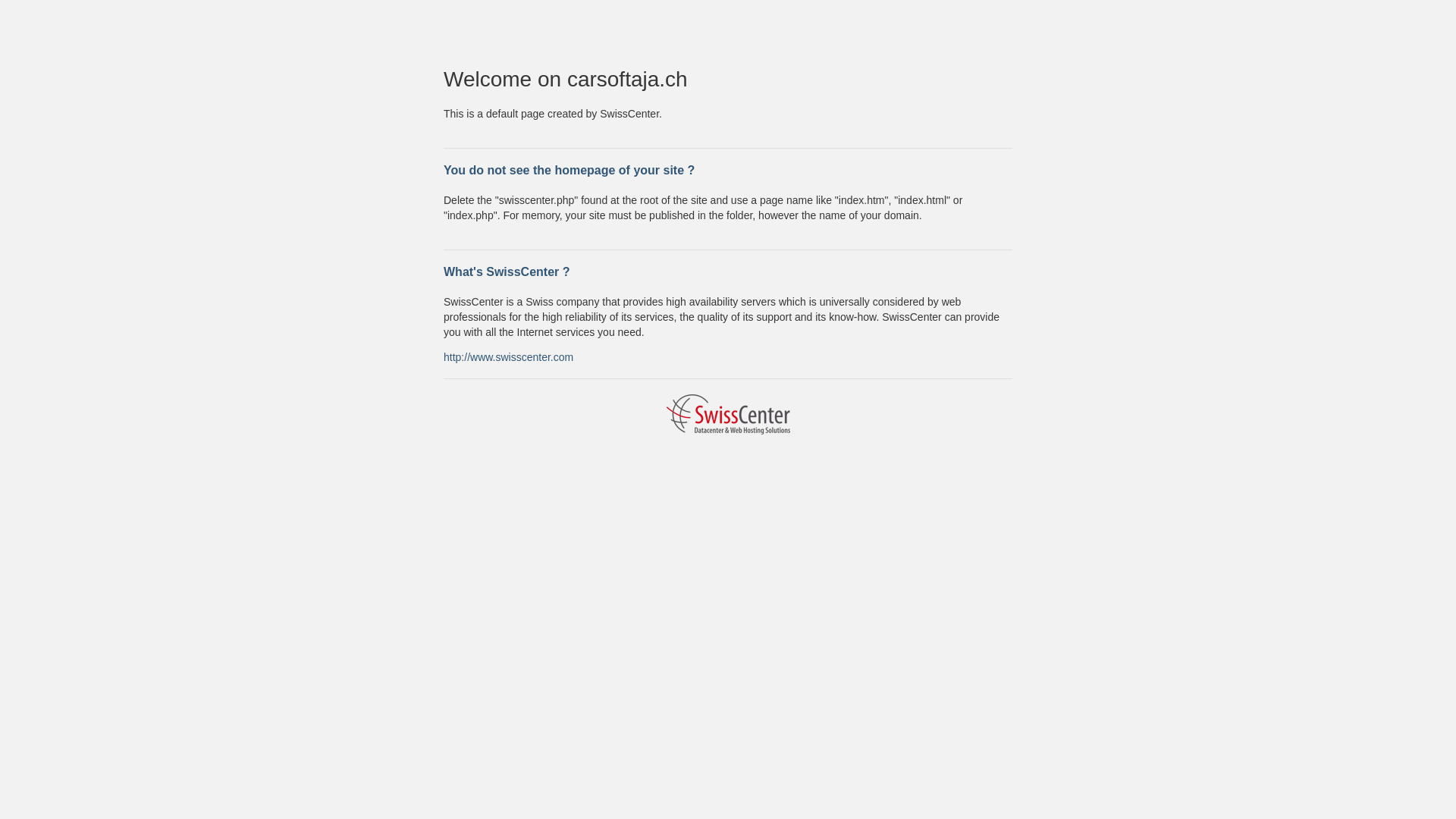 The width and height of the screenshot is (1456, 819). Describe the element at coordinates (508, 356) in the screenshot. I see `'http://www.swisscenter.com'` at that location.